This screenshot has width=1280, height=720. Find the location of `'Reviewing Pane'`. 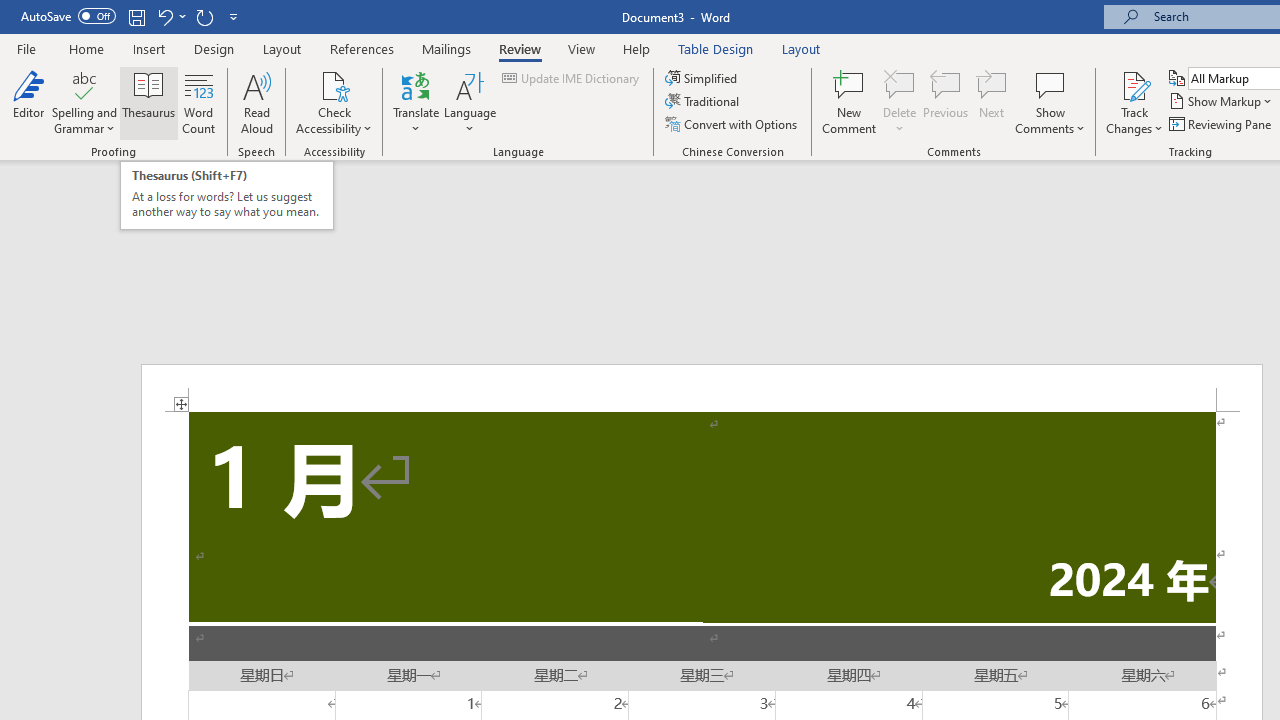

'Reviewing Pane' is located at coordinates (1220, 124).